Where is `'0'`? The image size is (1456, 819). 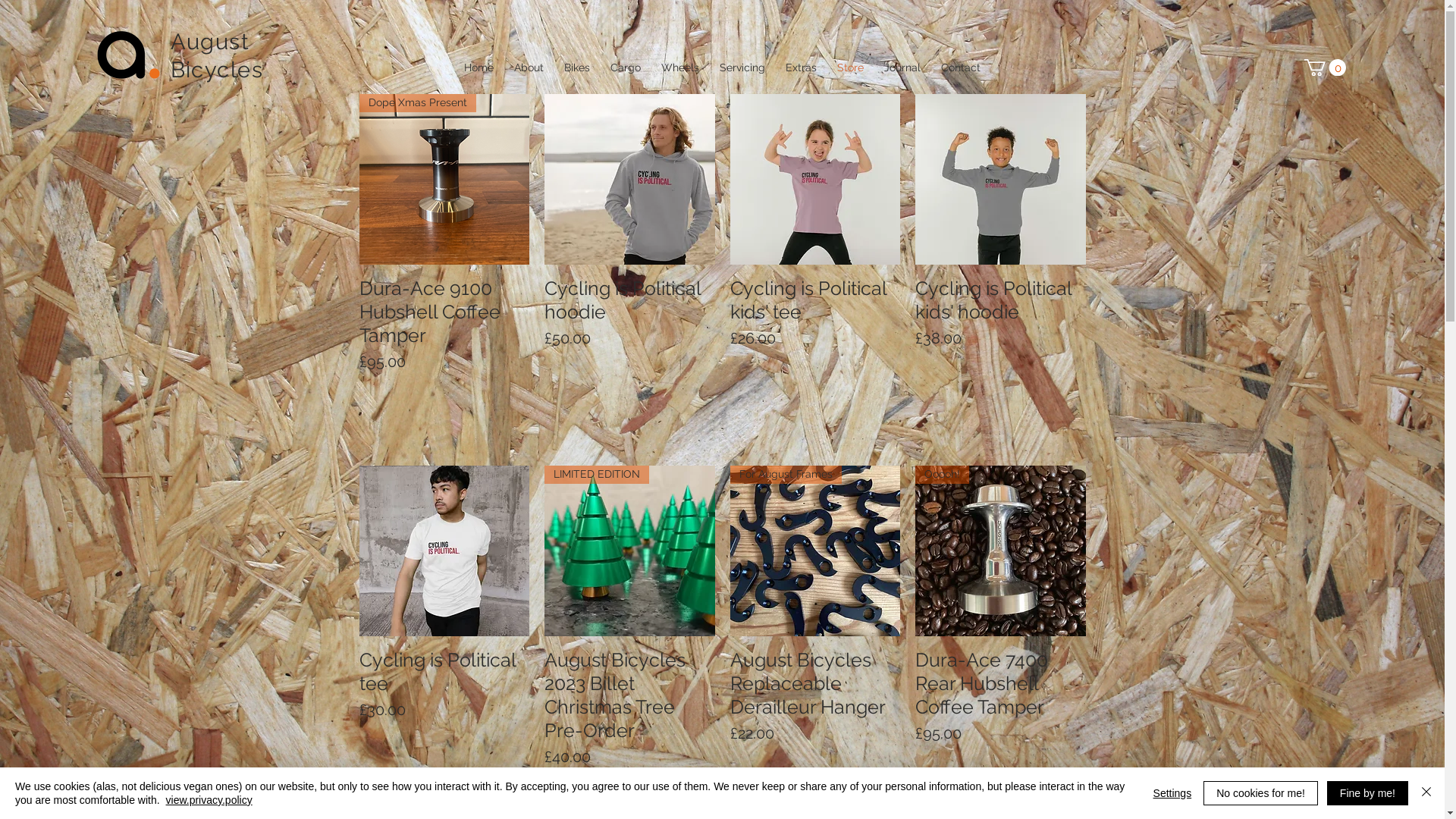 '0' is located at coordinates (1303, 66).